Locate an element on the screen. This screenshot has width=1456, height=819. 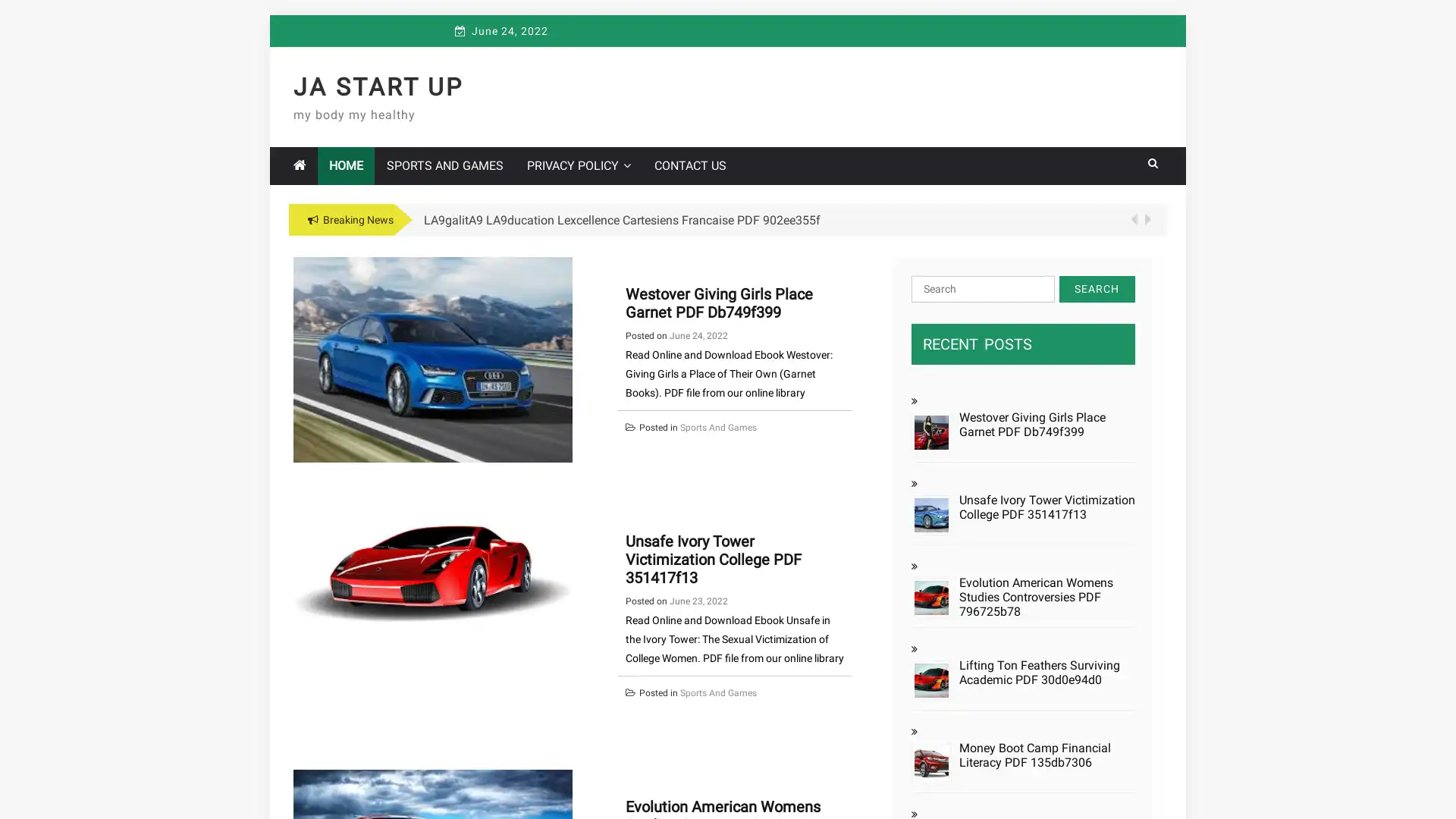
Search is located at coordinates (1096, 288).